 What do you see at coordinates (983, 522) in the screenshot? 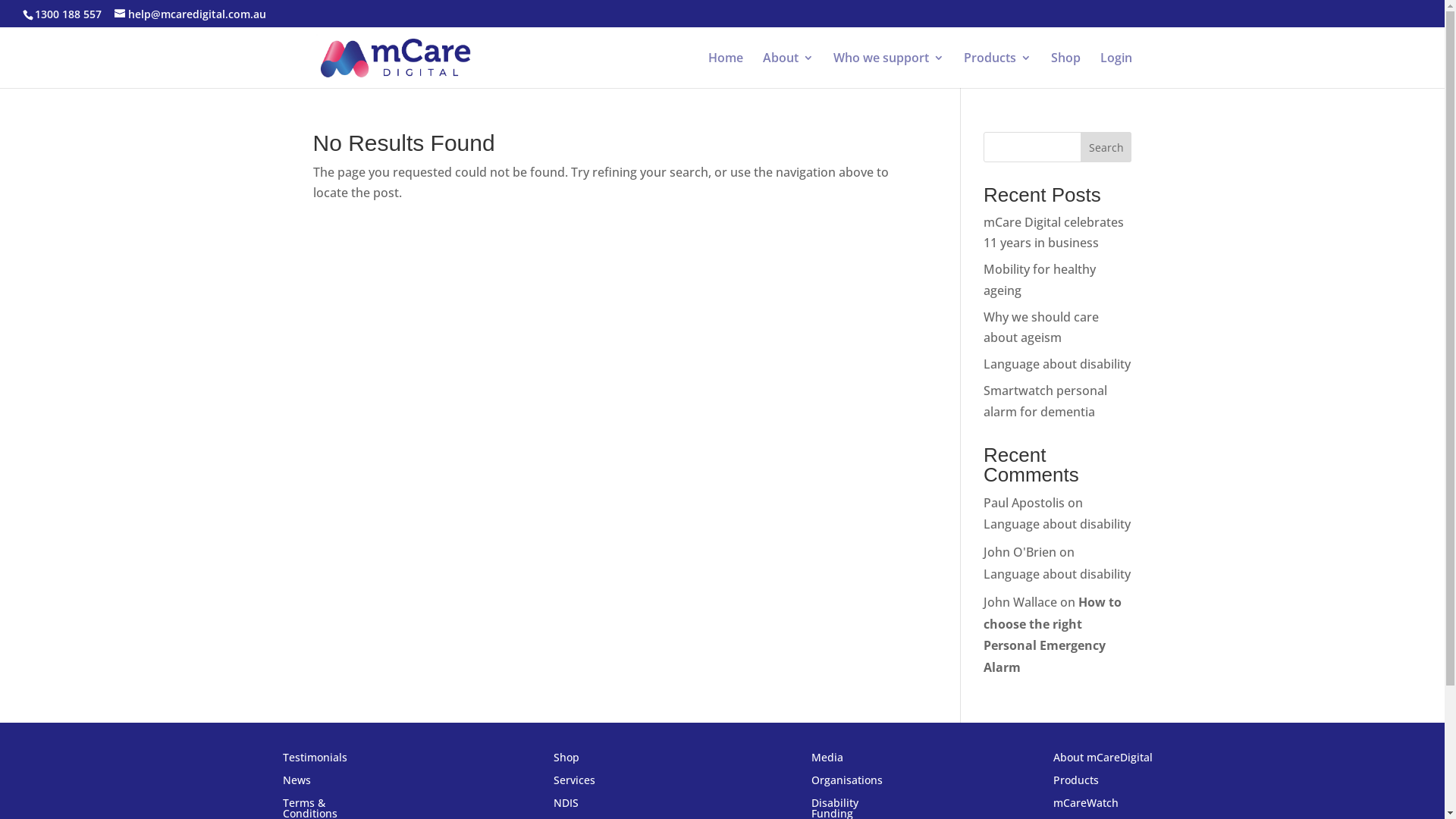
I see `'Language about disability'` at bounding box center [983, 522].